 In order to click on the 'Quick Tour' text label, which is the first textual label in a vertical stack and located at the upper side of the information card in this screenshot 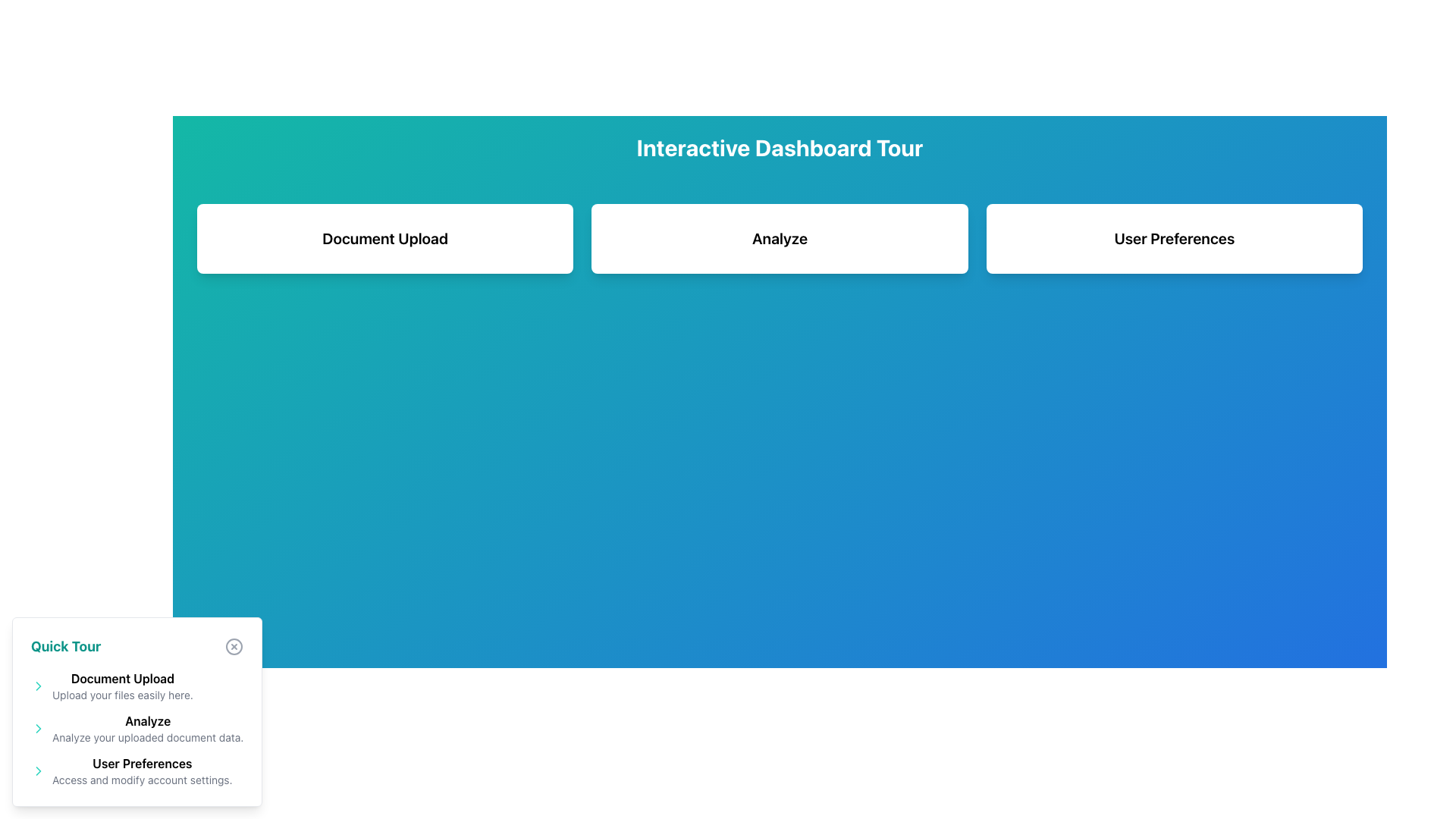, I will do `click(122, 677)`.